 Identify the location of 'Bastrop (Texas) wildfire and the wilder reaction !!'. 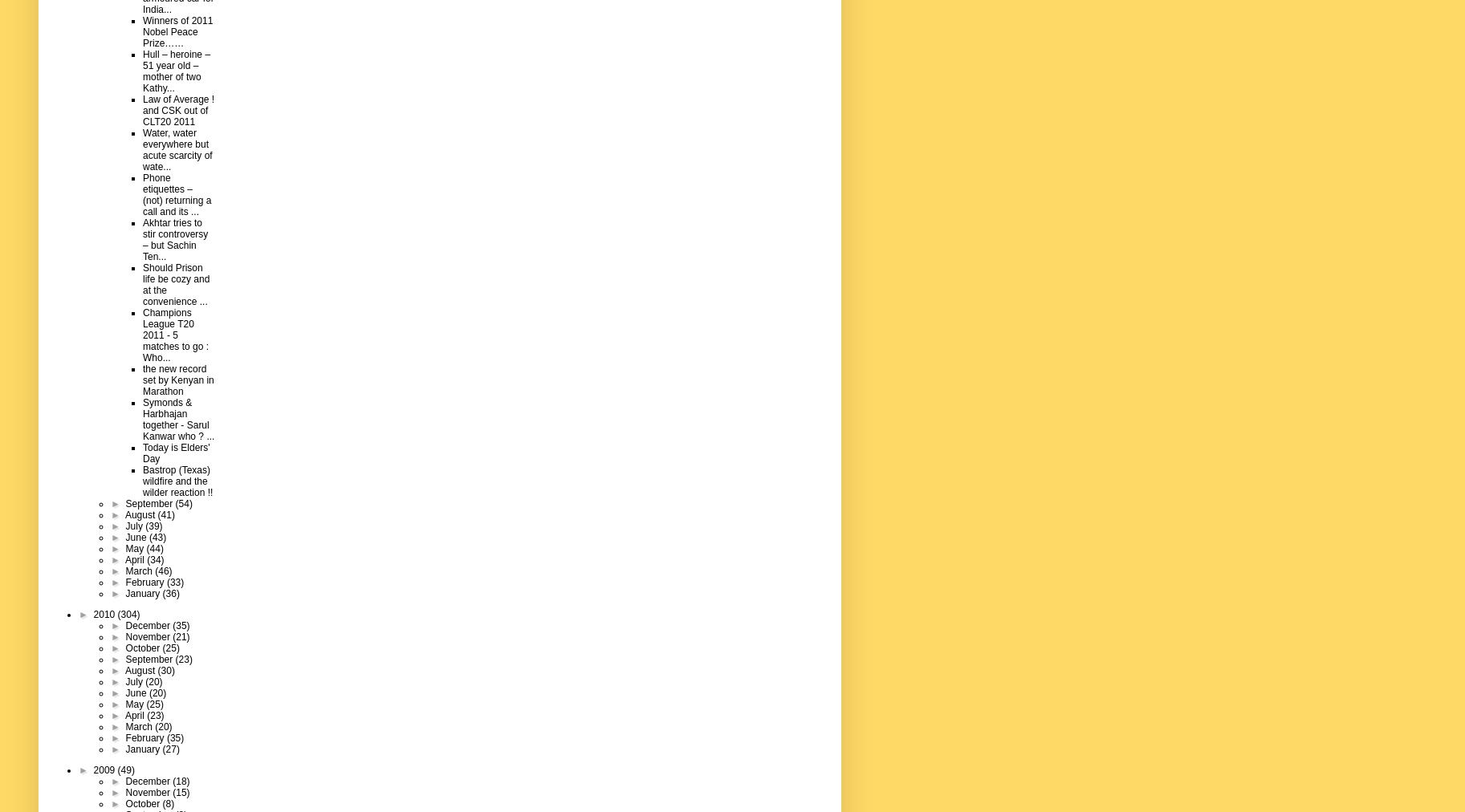
(177, 480).